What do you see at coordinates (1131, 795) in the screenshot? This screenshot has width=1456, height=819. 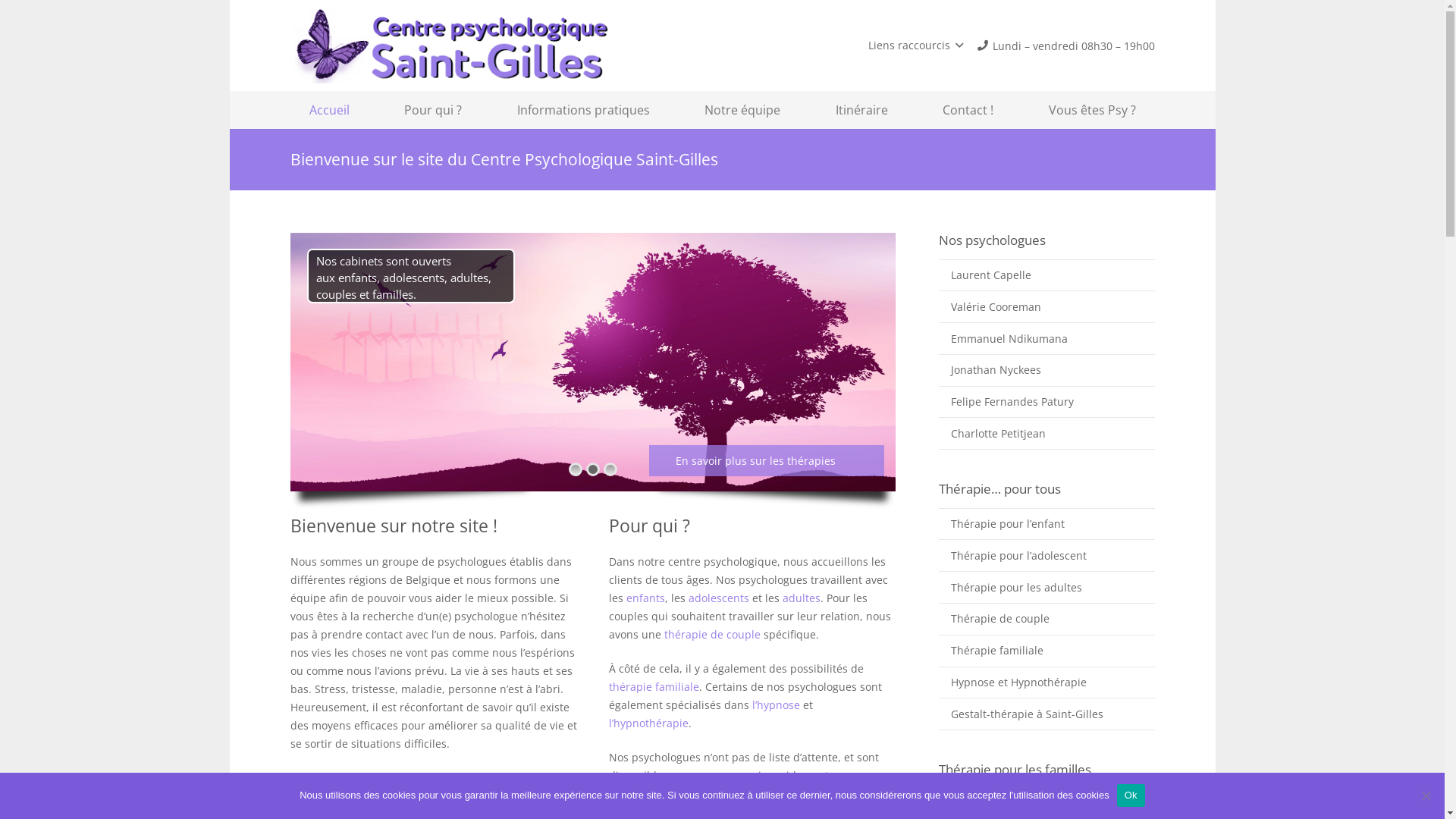 I see `'Ok'` at bounding box center [1131, 795].